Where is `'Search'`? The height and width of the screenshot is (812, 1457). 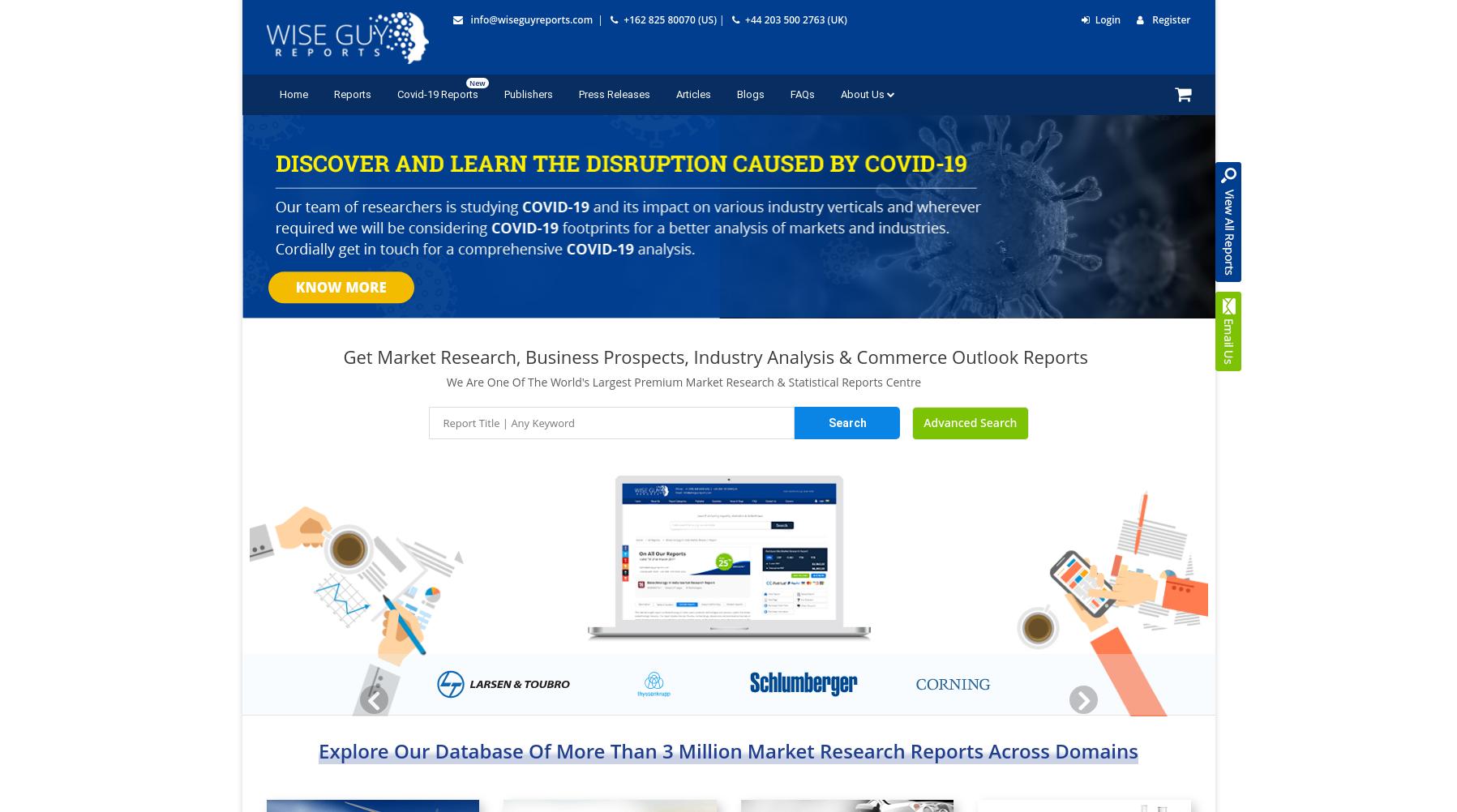
'Search' is located at coordinates (828, 423).